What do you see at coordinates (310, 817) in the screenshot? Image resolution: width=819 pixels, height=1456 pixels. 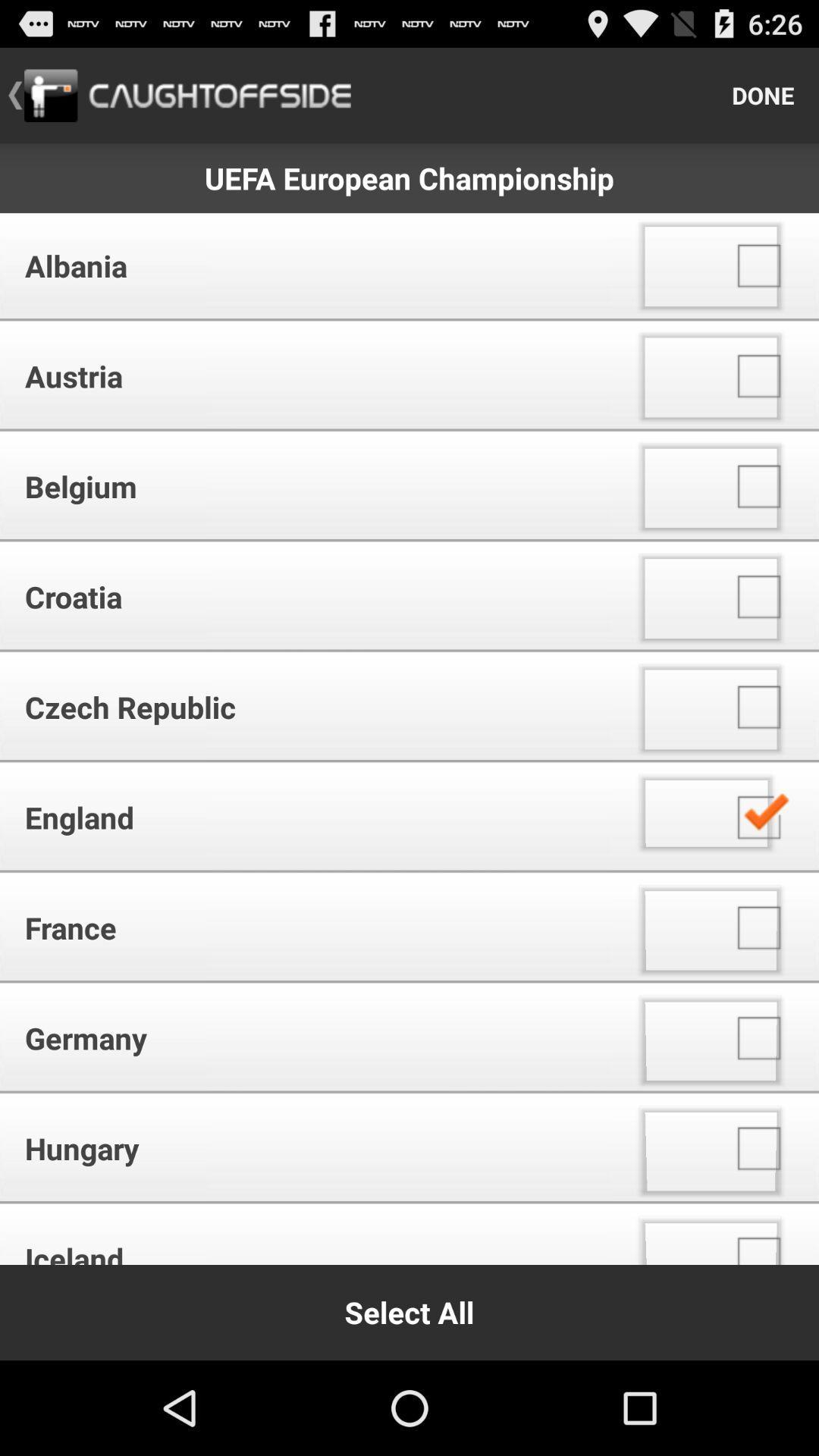 I see `the app below czech republic icon` at bounding box center [310, 817].